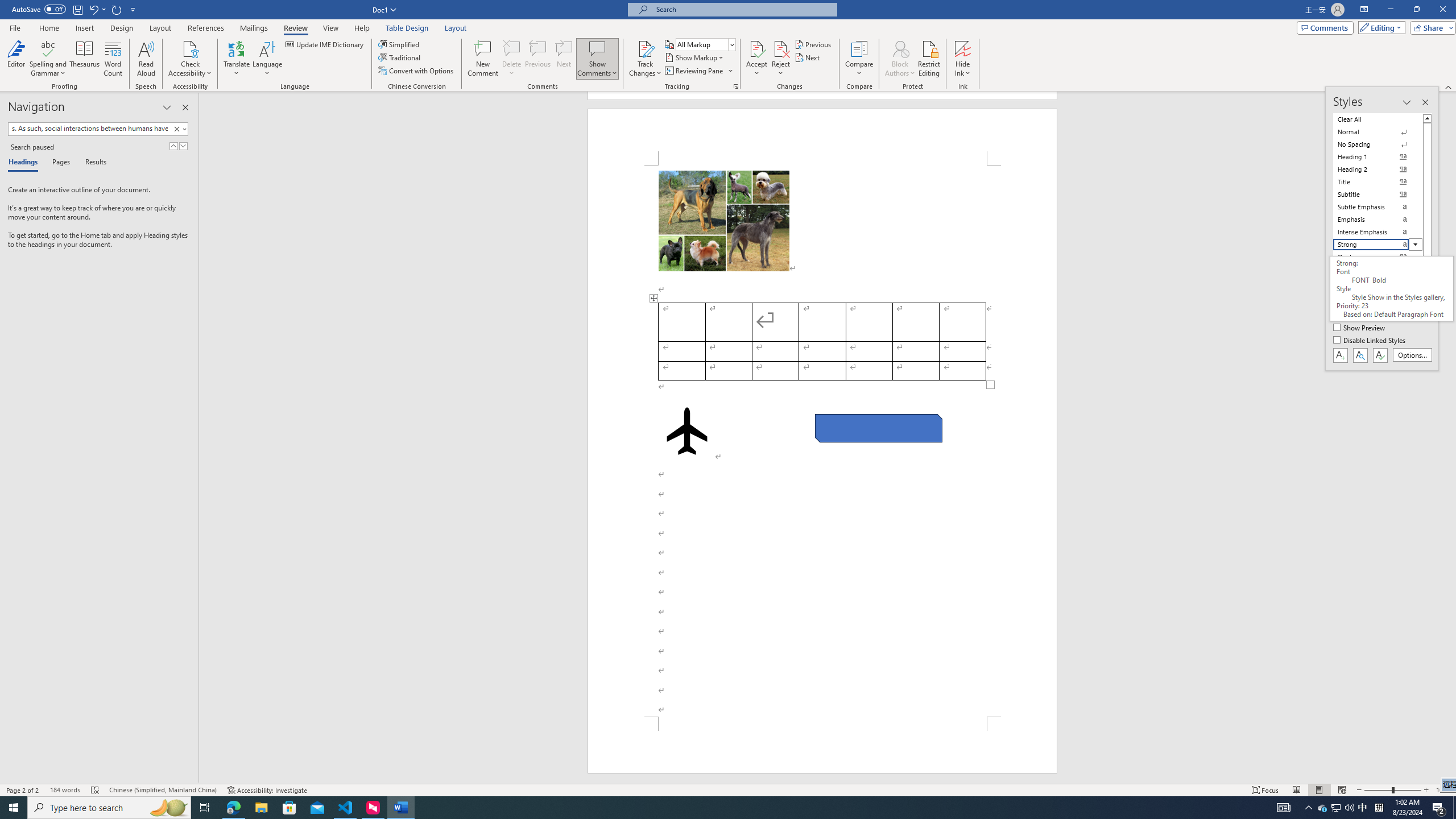 The width and height of the screenshot is (1456, 819). What do you see at coordinates (64, 790) in the screenshot?
I see `'Word Count 184 words'` at bounding box center [64, 790].